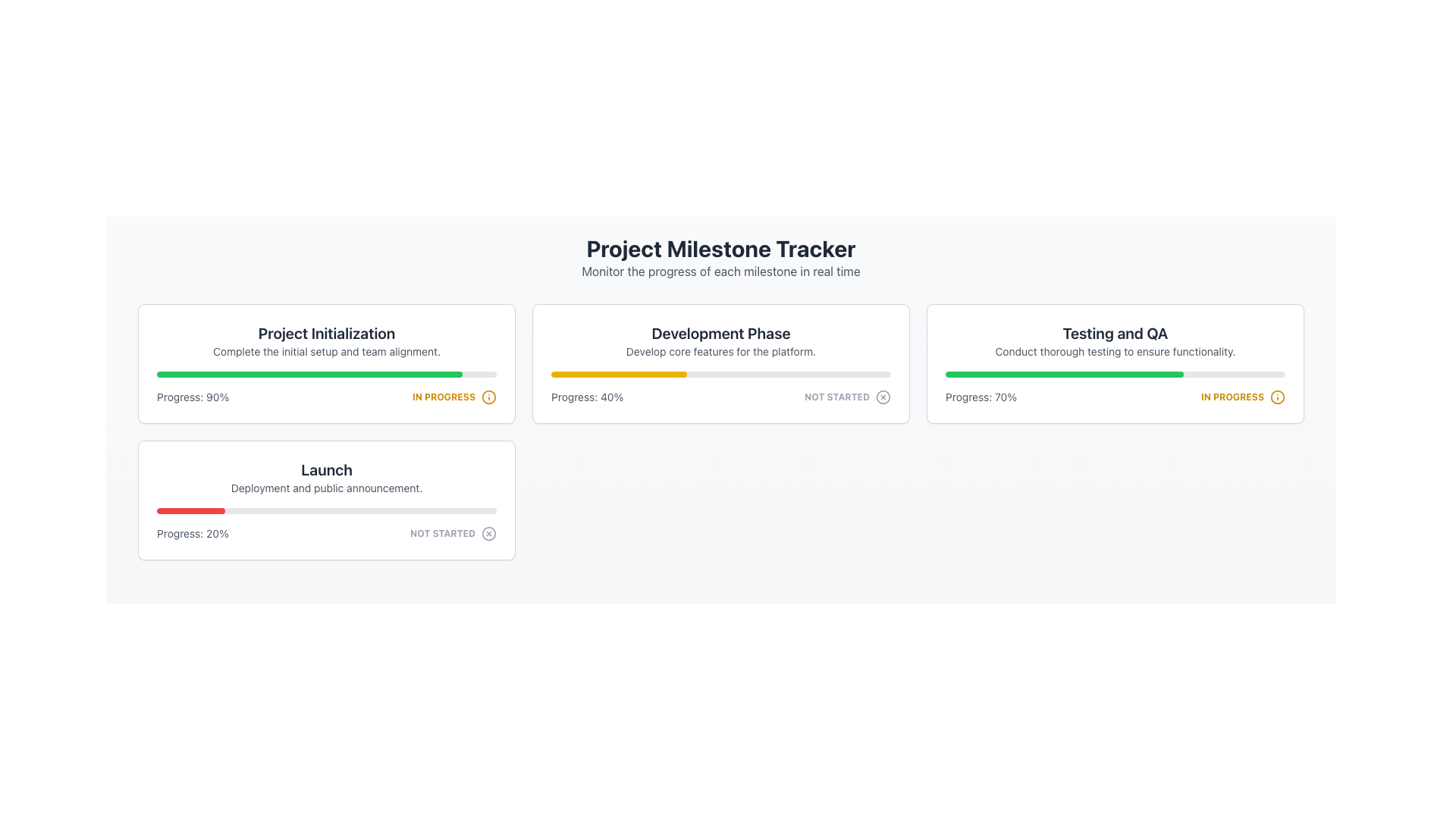 This screenshot has width=1456, height=819. Describe the element at coordinates (720, 363) in the screenshot. I see `the nearby actionable icons adjacent to the 'Development Phase' Information Card, which has a white background and rounded corners, located centrally in the second column of the grid` at that location.